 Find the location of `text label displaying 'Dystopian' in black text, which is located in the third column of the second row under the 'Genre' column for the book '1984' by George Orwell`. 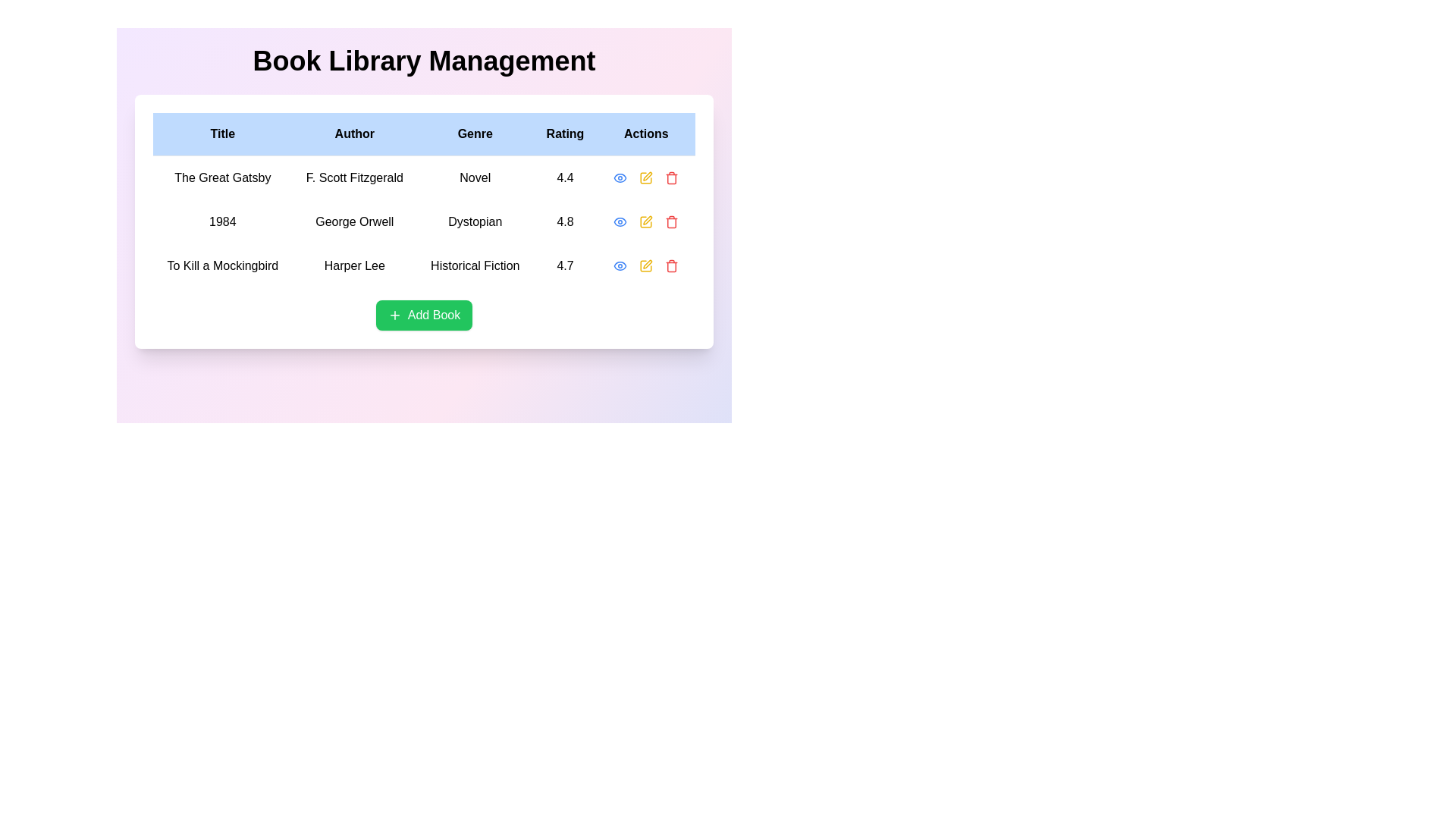

text label displaying 'Dystopian' in black text, which is located in the third column of the second row under the 'Genre' column for the book '1984' by George Orwell is located at coordinates (474, 222).